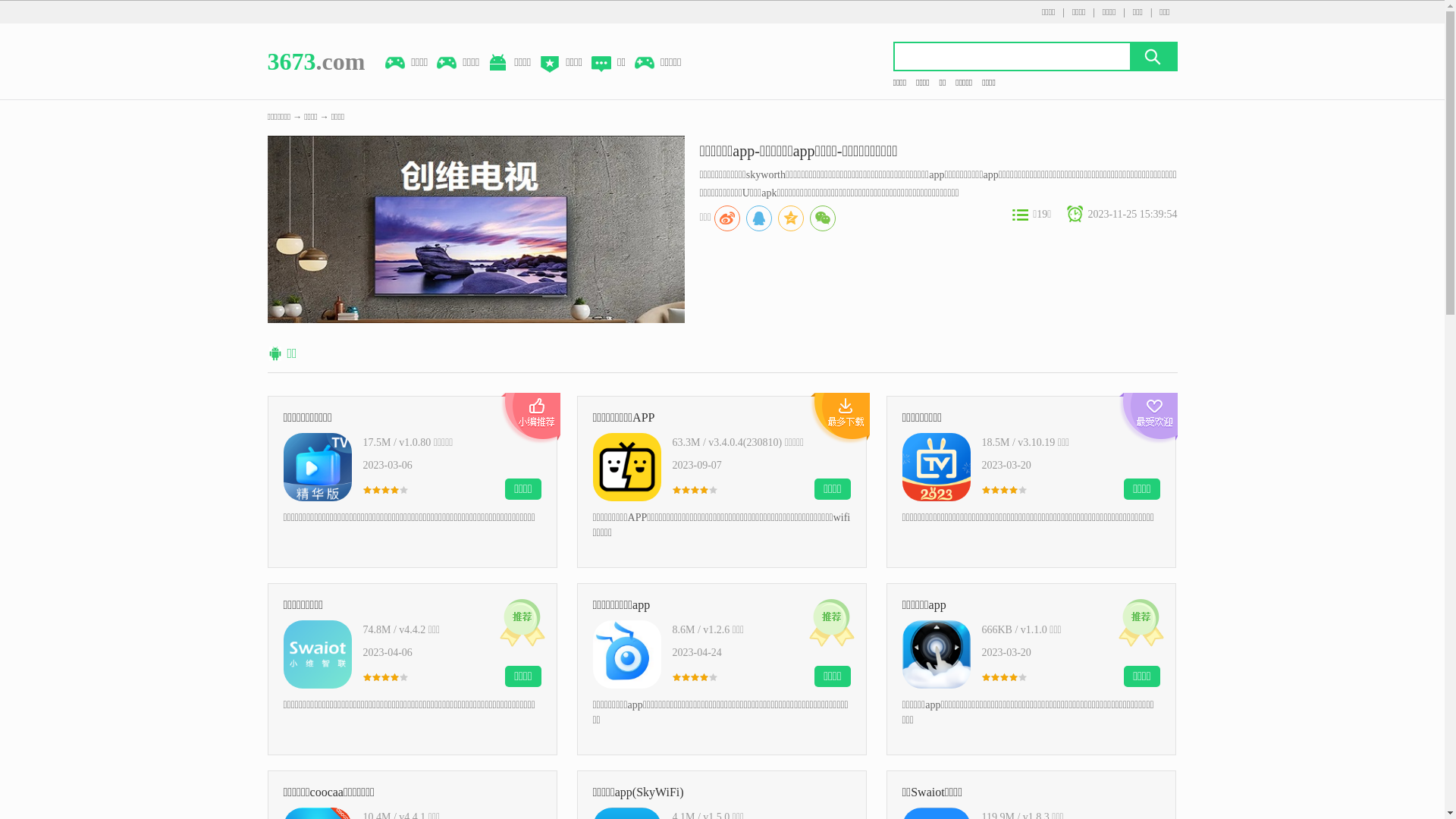 This screenshot has height=819, width=1456. I want to click on '3673.com', so click(266, 61).